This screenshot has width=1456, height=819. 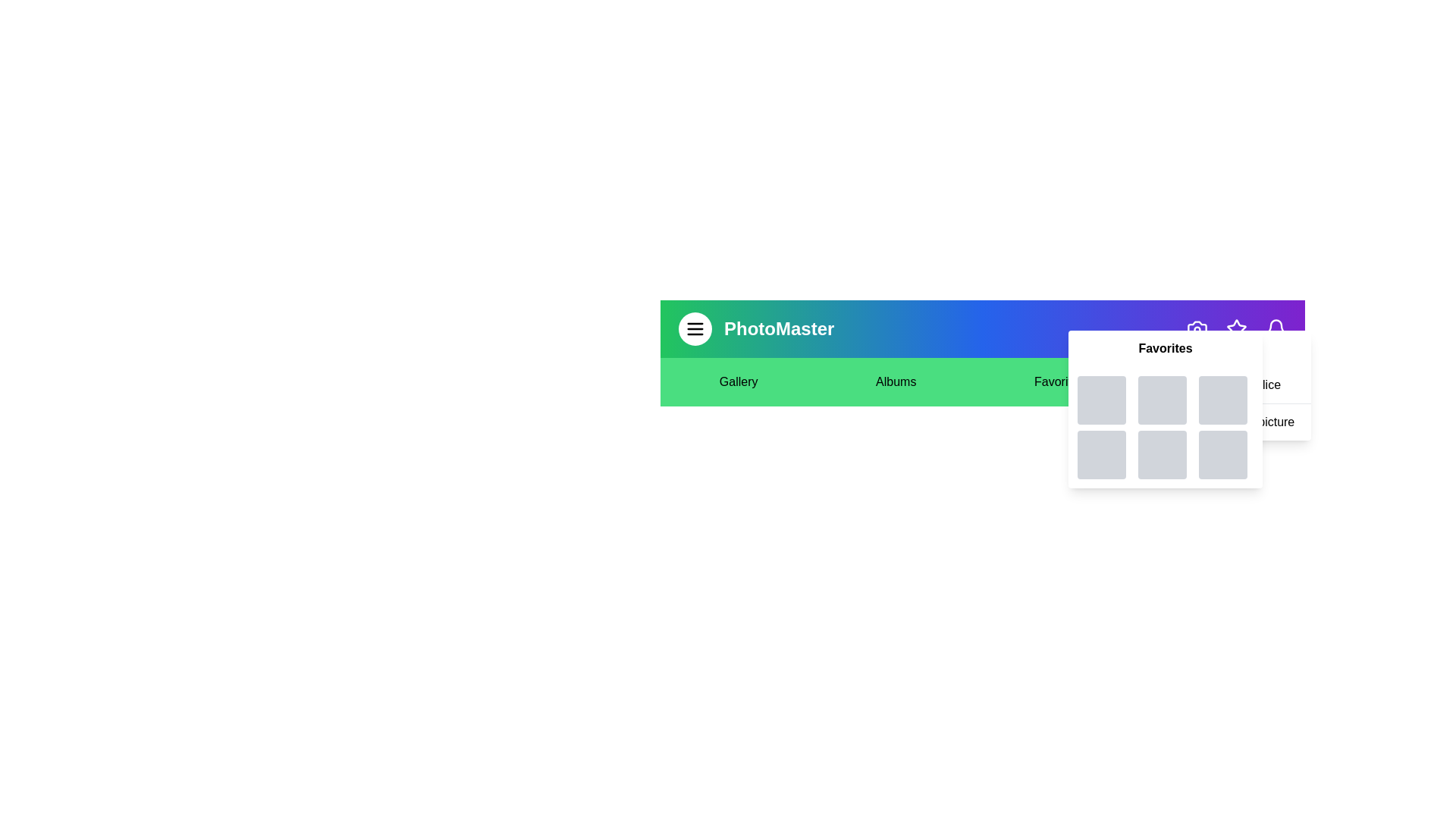 I want to click on the menu item Favorites from the navigation bar, so click(x=1058, y=381).